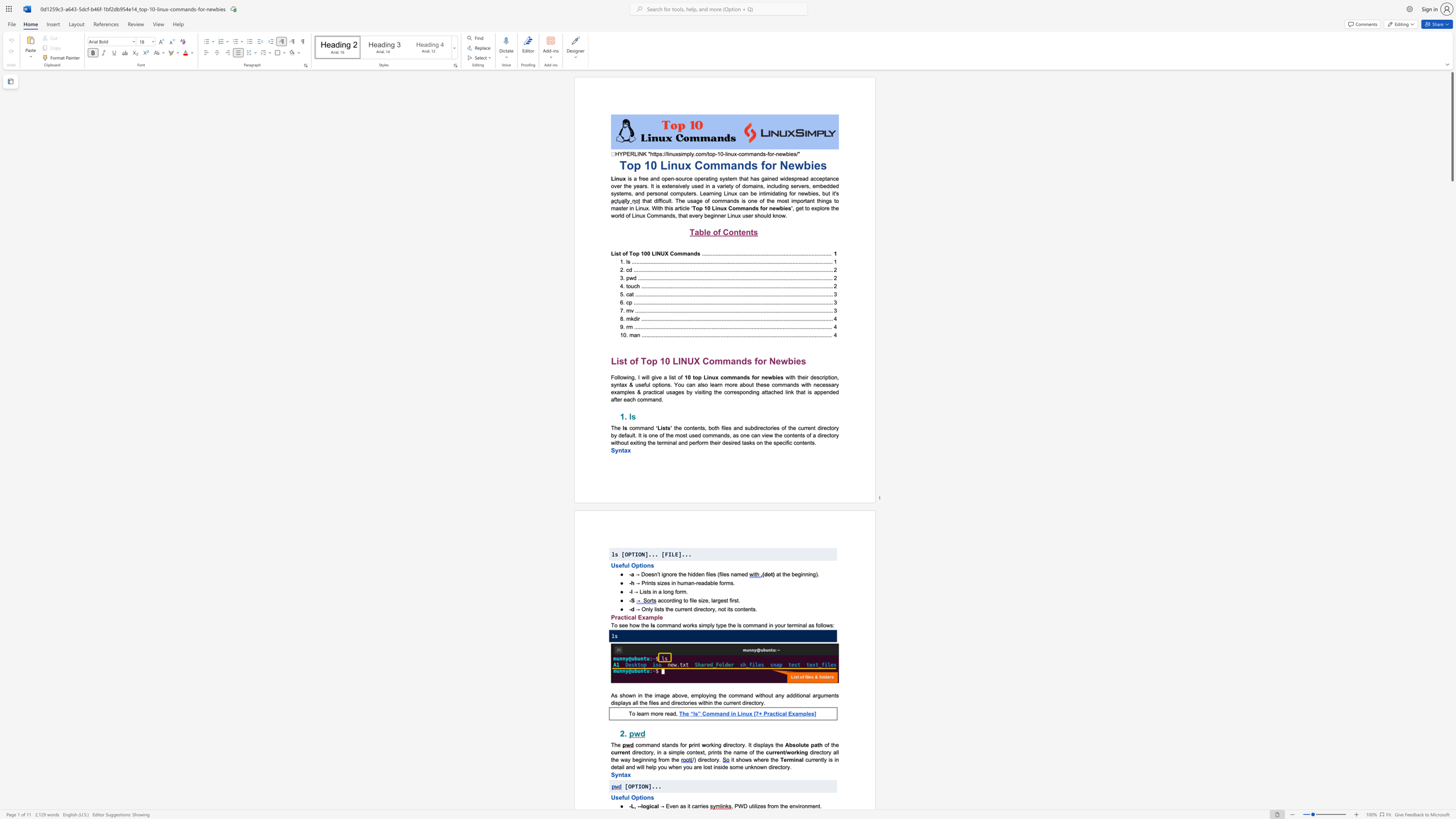 The height and width of the screenshot is (819, 1456). Describe the element at coordinates (734, 583) in the screenshot. I see `the 1th character "." in the text` at that location.